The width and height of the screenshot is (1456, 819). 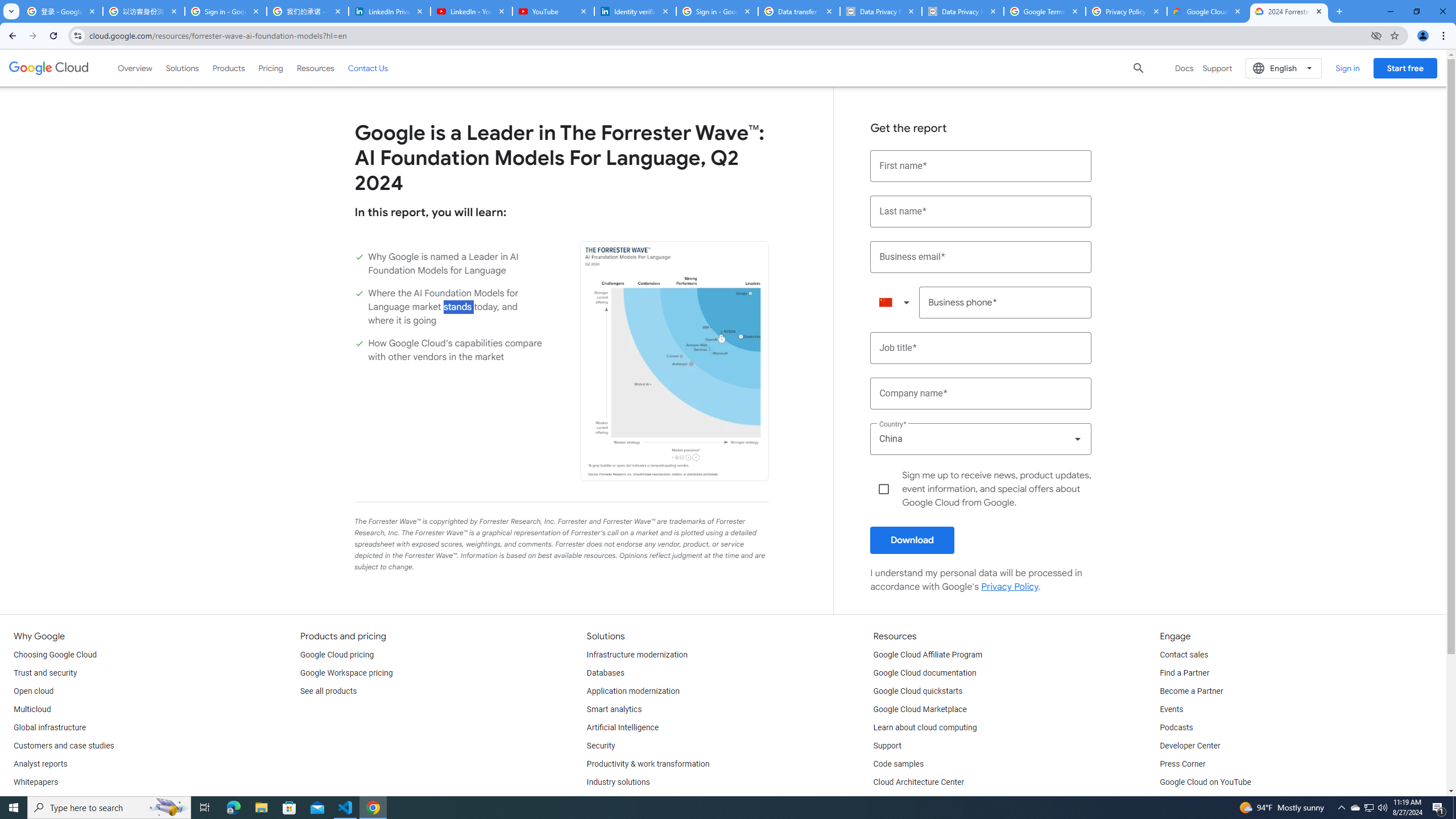 I want to click on 'First name*', so click(x=981, y=166).